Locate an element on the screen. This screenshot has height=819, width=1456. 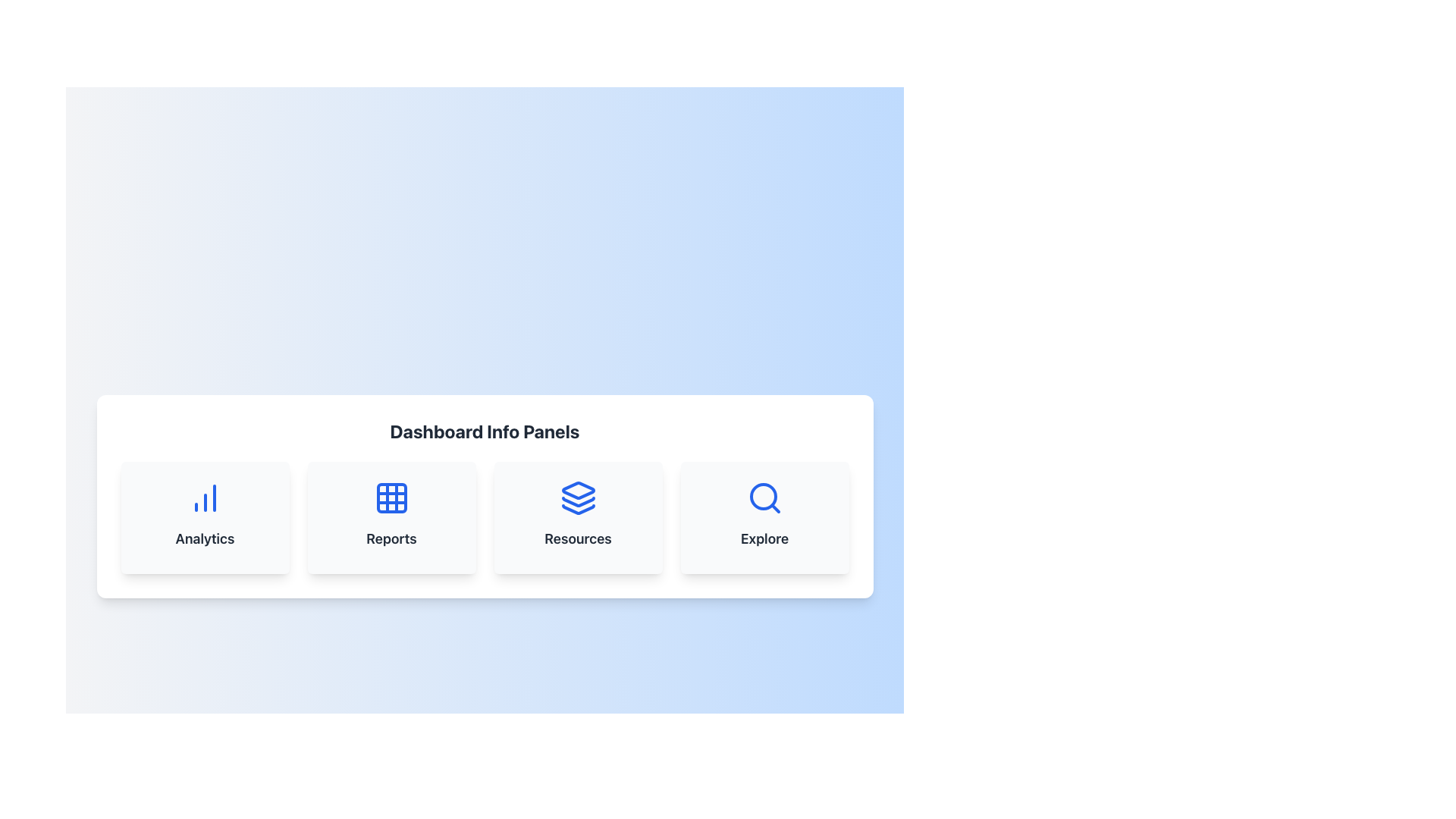
the vector graphic line component that visually contributes to the handle of the search icon in the bottom-right area of the 'Explore' feature is located at coordinates (775, 508).